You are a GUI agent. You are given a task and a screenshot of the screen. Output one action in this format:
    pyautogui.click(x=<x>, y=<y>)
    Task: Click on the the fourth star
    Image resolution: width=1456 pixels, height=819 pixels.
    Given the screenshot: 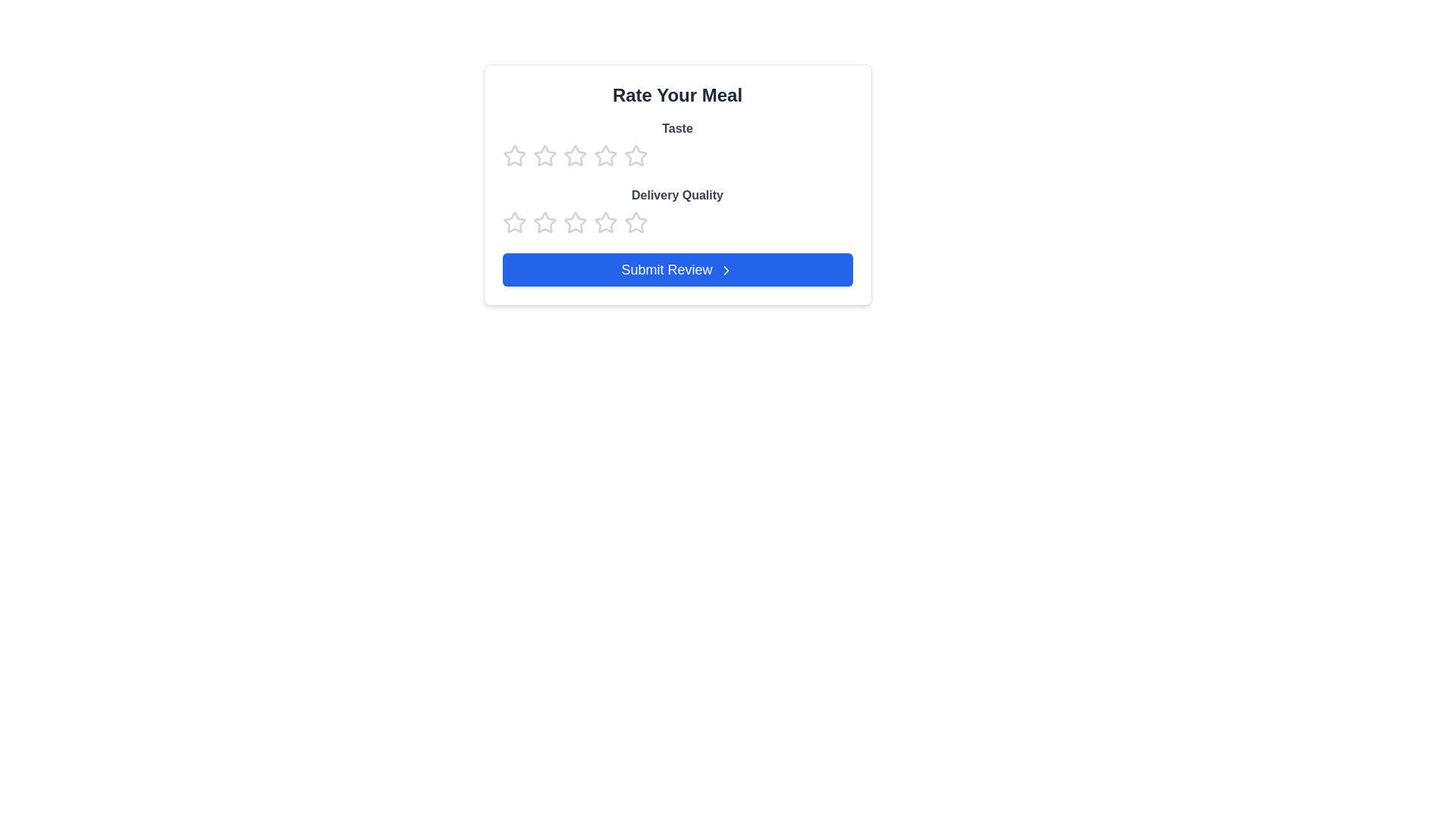 What is the action you would take?
    pyautogui.click(x=604, y=155)
    